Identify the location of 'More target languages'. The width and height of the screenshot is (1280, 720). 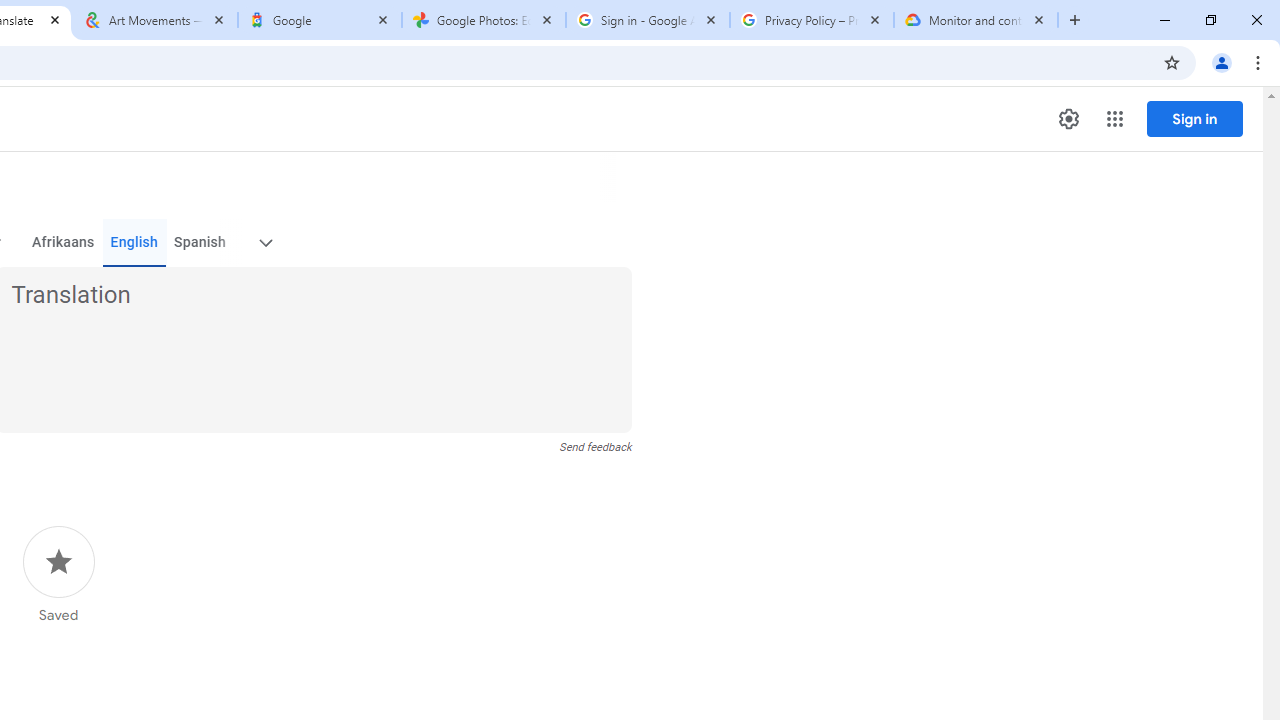
(263, 242).